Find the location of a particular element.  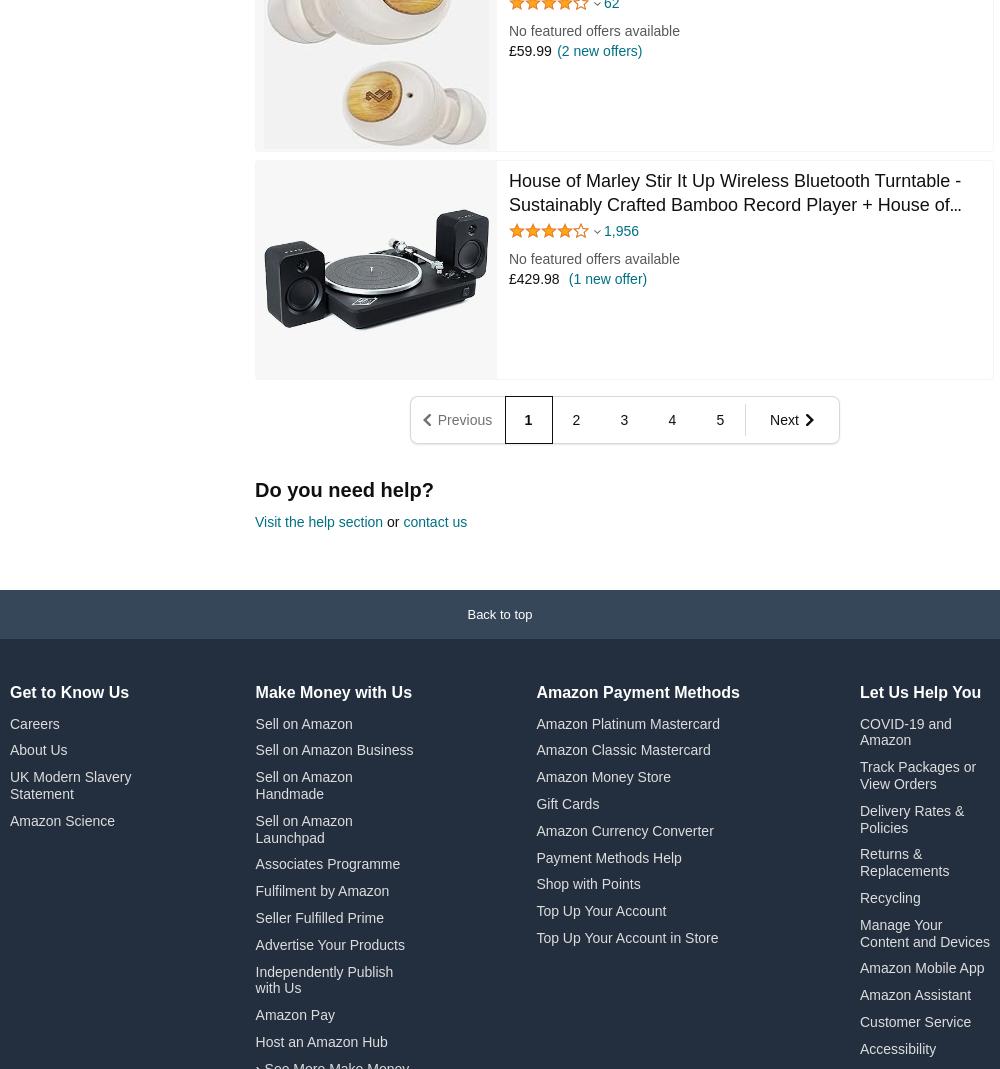

'£429.98' is located at coordinates (534, 277).